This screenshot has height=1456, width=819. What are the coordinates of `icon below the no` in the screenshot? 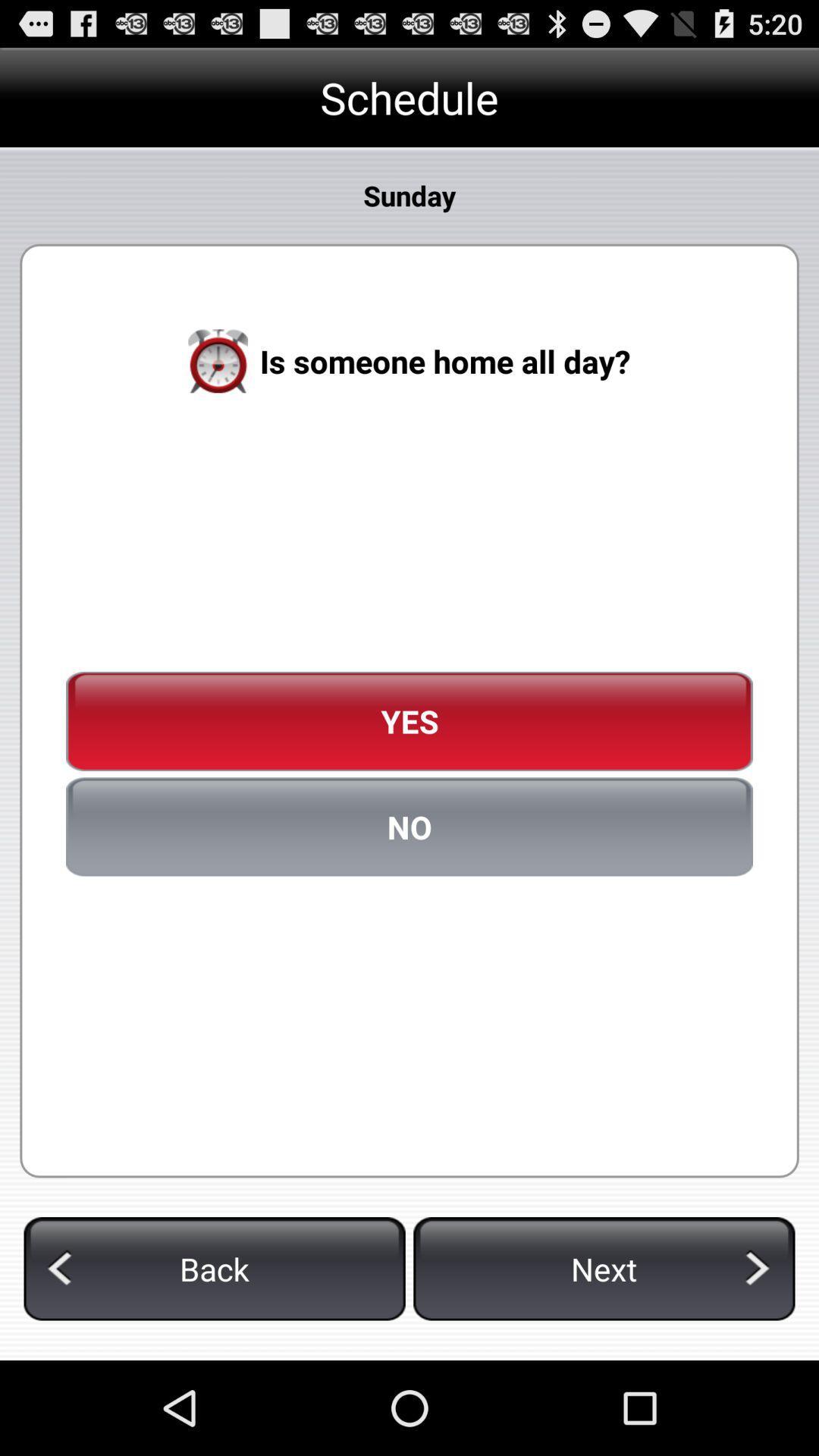 It's located at (603, 1269).